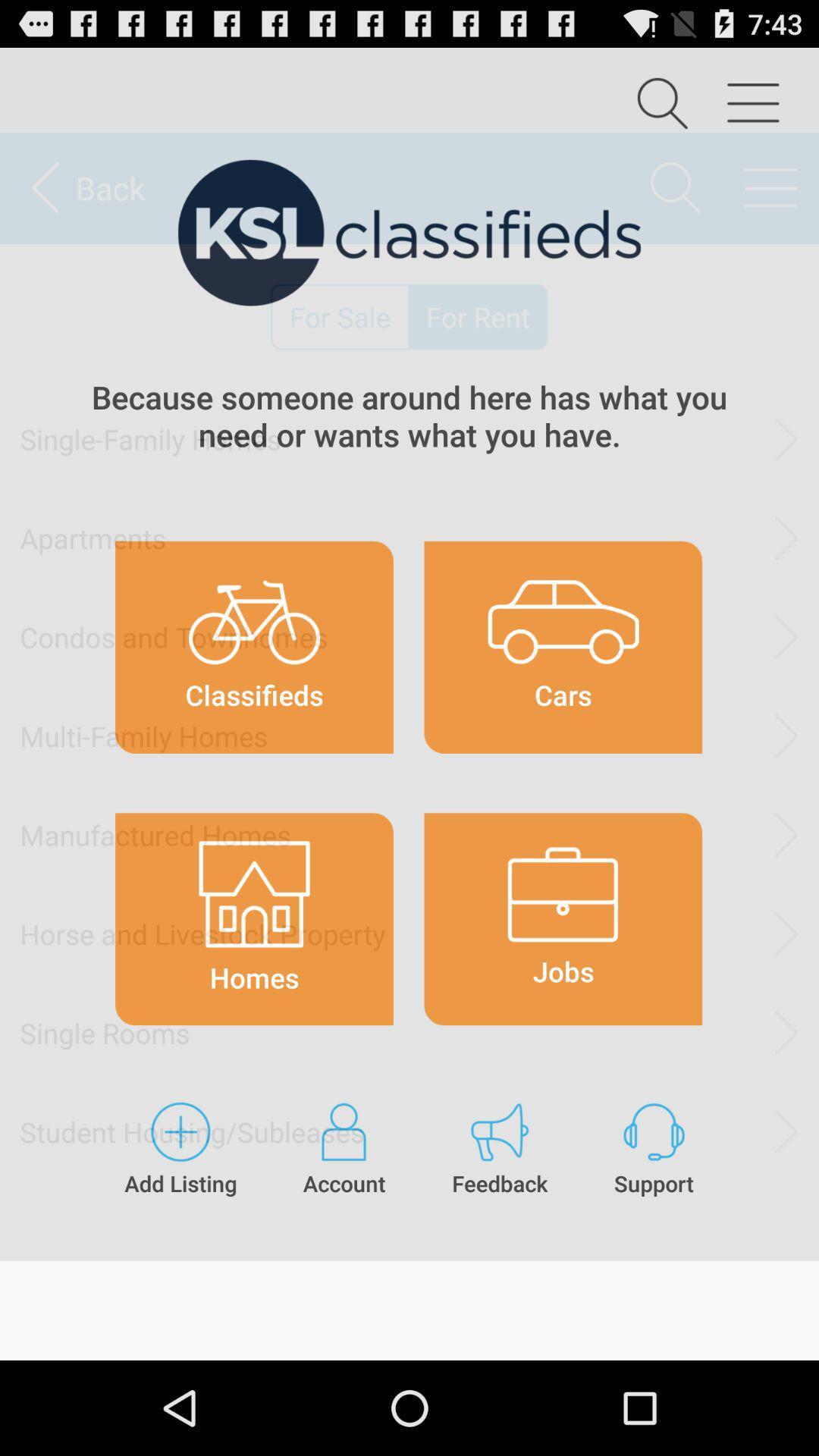 The height and width of the screenshot is (1456, 819). I want to click on the search icon, so click(661, 110).